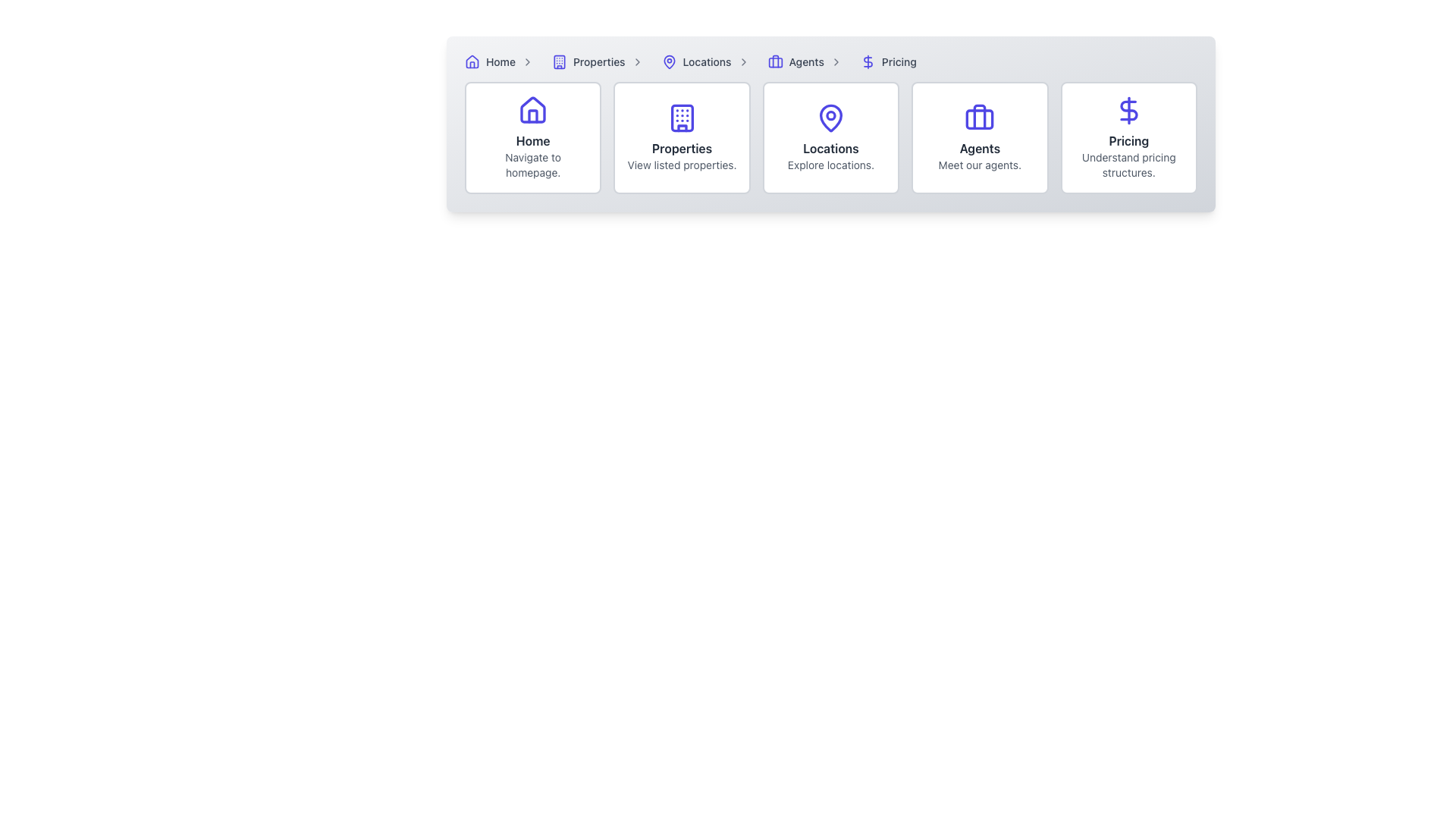  I want to click on the 'Pricing' icon in the navigation bar, which is the first component of its group and located at the far right of the menu, so click(868, 61).